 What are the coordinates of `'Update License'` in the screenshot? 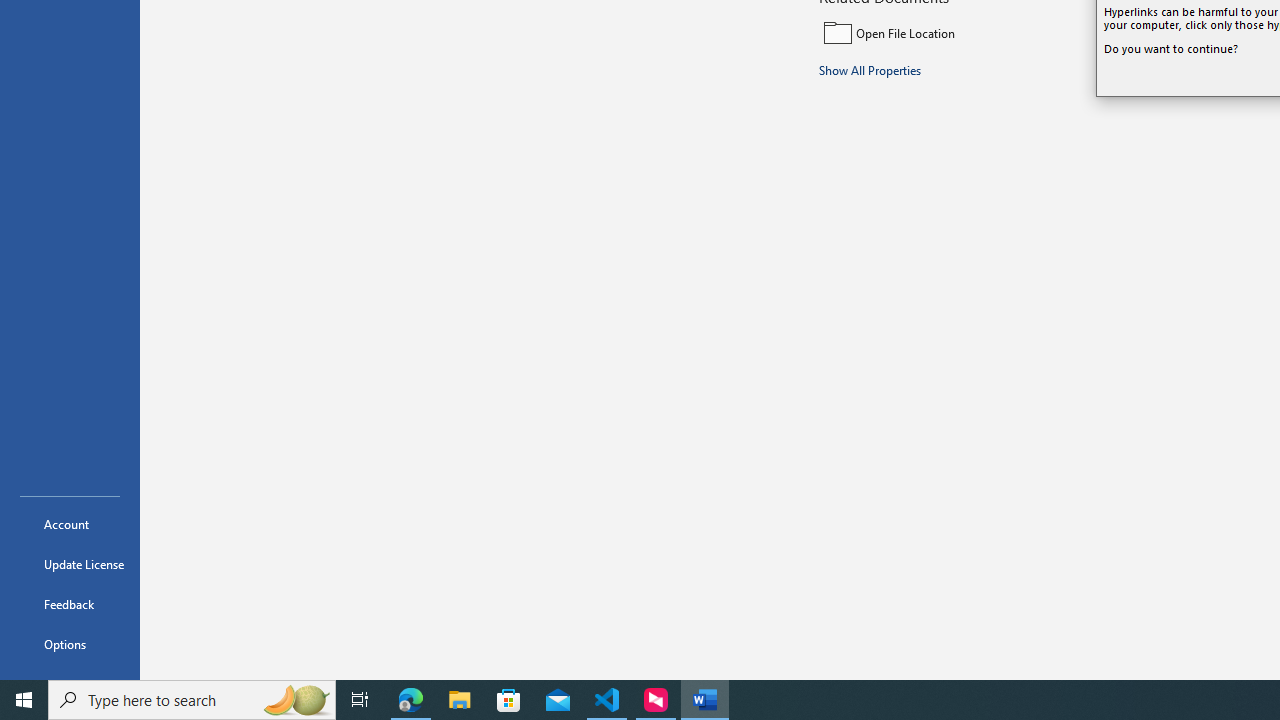 It's located at (69, 564).